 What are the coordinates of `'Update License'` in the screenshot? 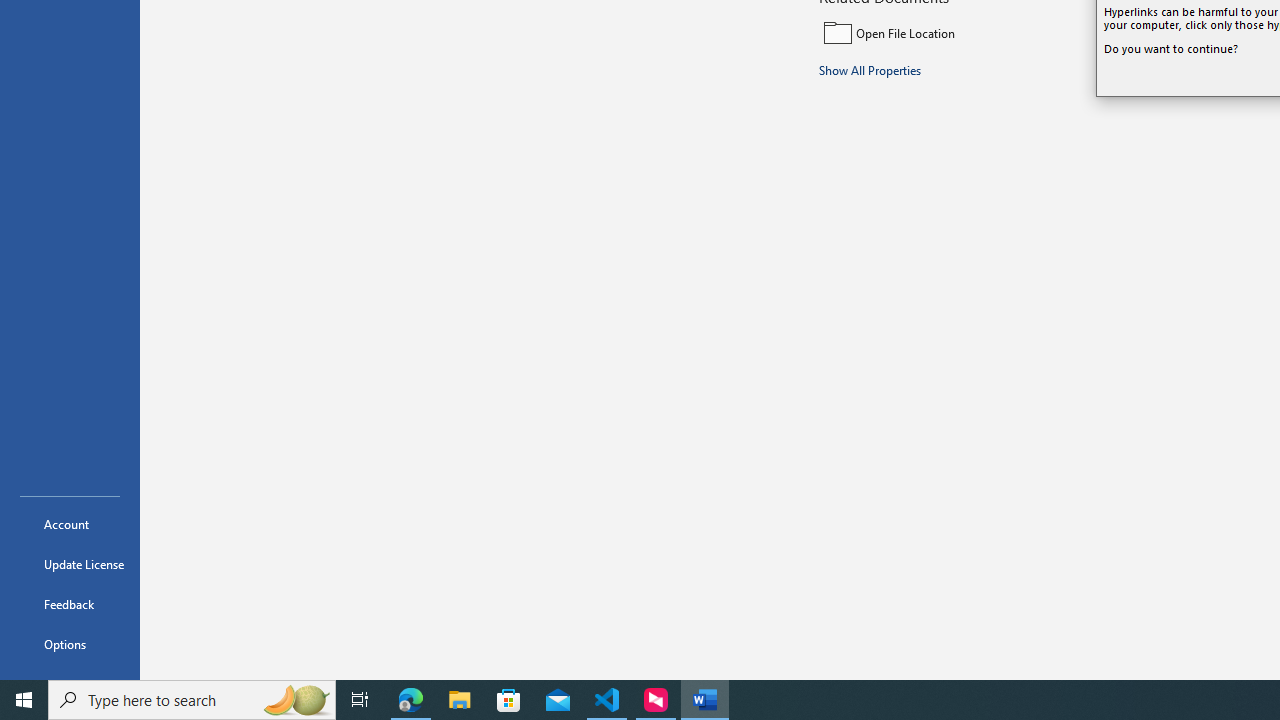 It's located at (69, 564).